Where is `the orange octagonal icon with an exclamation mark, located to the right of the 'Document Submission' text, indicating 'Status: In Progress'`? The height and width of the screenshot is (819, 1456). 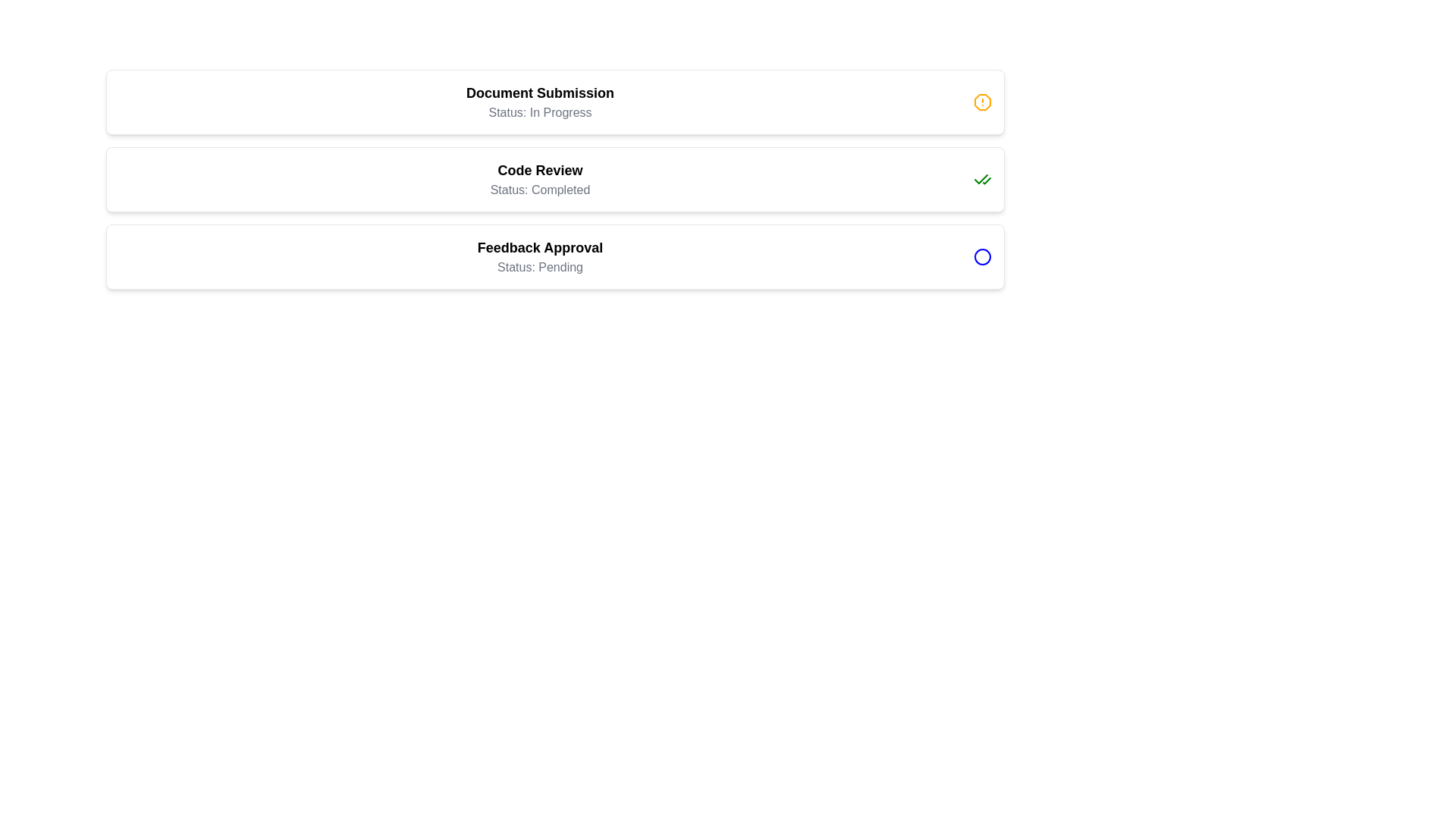
the orange octagonal icon with an exclamation mark, located to the right of the 'Document Submission' text, indicating 'Status: In Progress' is located at coordinates (983, 102).